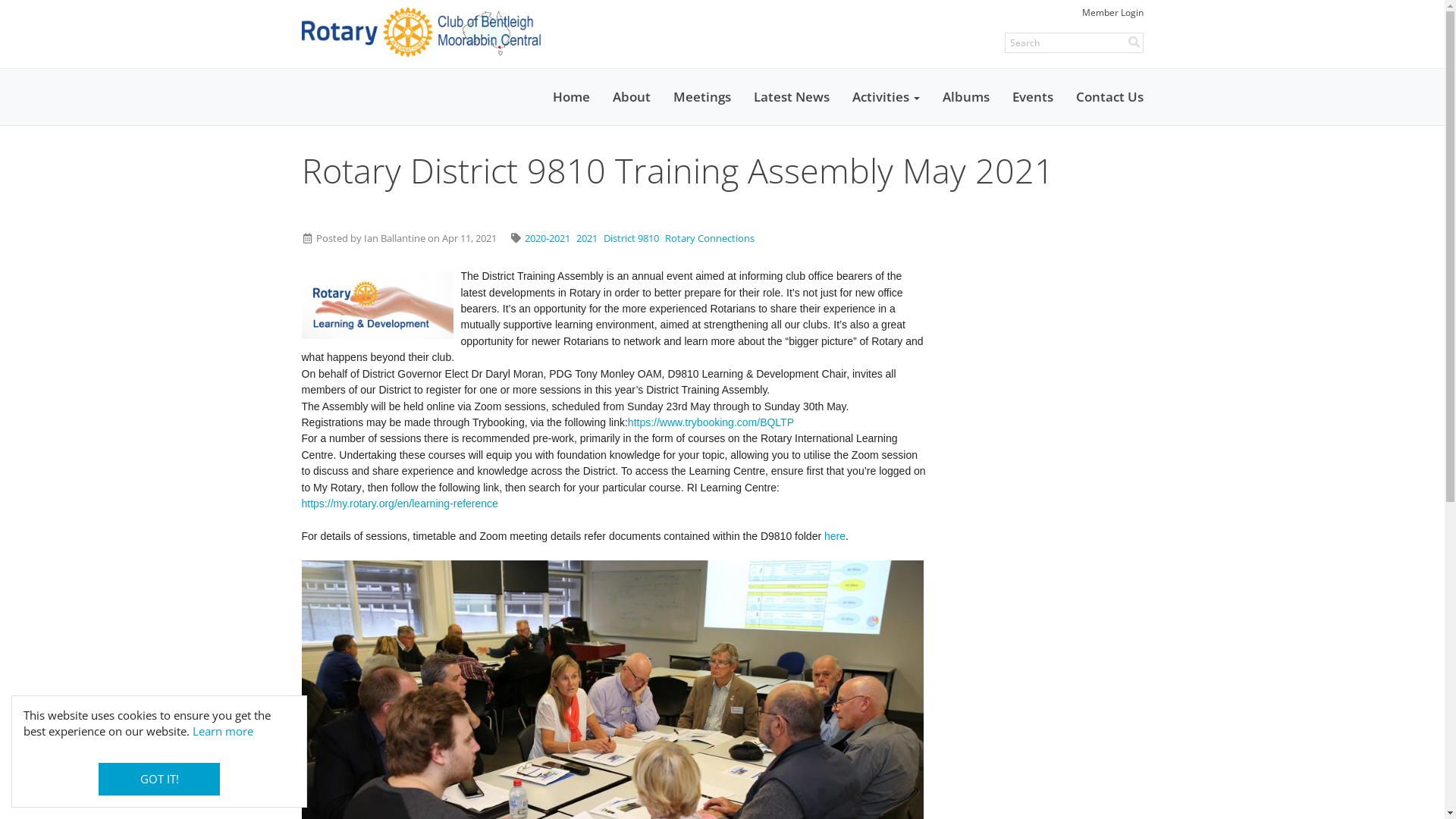 Image resolution: width=1456 pixels, height=819 pixels. I want to click on '2021', so click(585, 237).